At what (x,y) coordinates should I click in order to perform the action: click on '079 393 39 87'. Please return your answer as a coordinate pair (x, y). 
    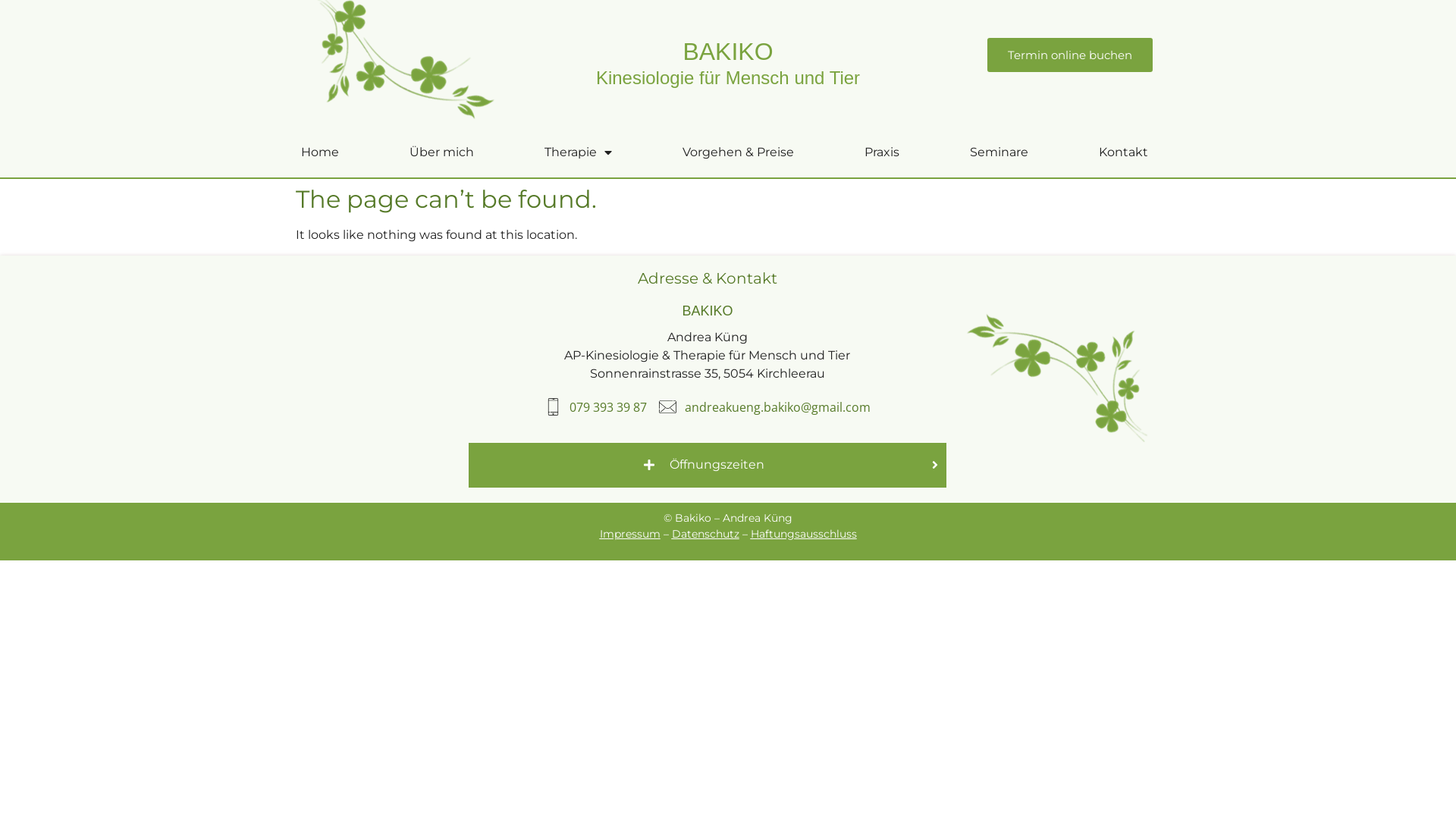
    Looking at the image, I should click on (544, 406).